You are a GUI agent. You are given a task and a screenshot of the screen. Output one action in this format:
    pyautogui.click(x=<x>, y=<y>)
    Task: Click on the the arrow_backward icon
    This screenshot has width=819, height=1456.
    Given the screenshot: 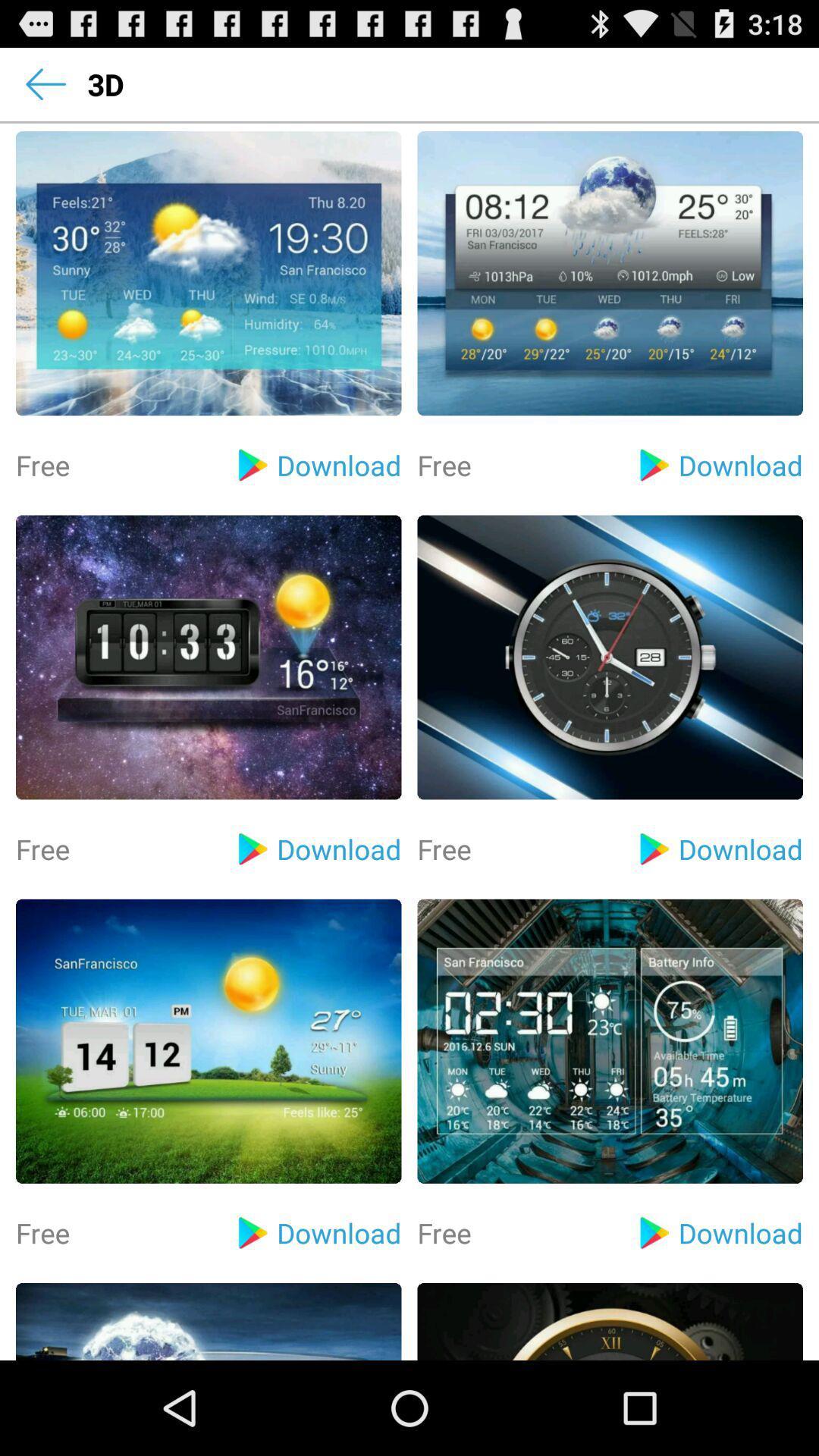 What is the action you would take?
    pyautogui.click(x=45, y=89)
    